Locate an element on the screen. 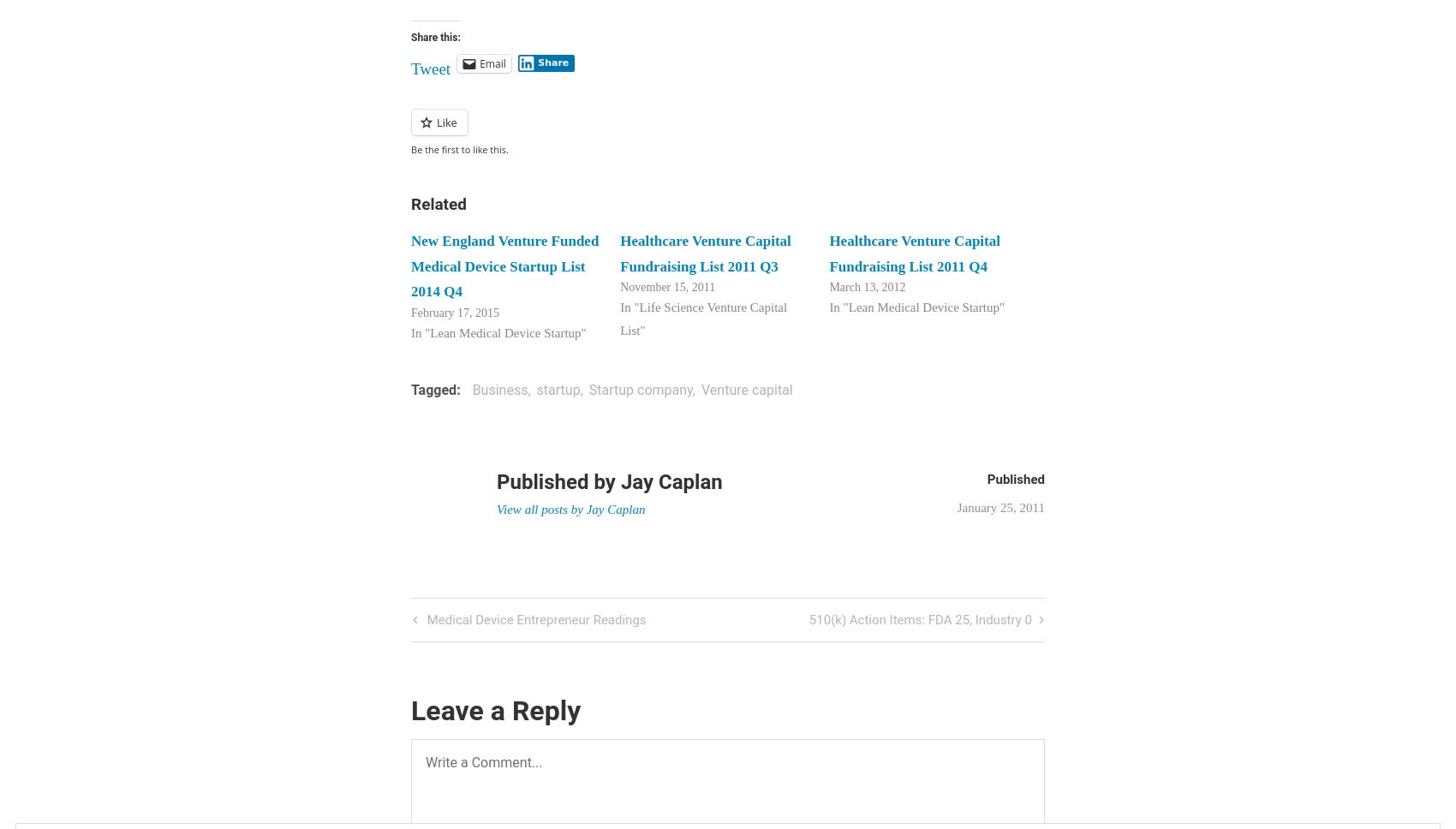  'January 25, 2011' is located at coordinates (1000, 507).